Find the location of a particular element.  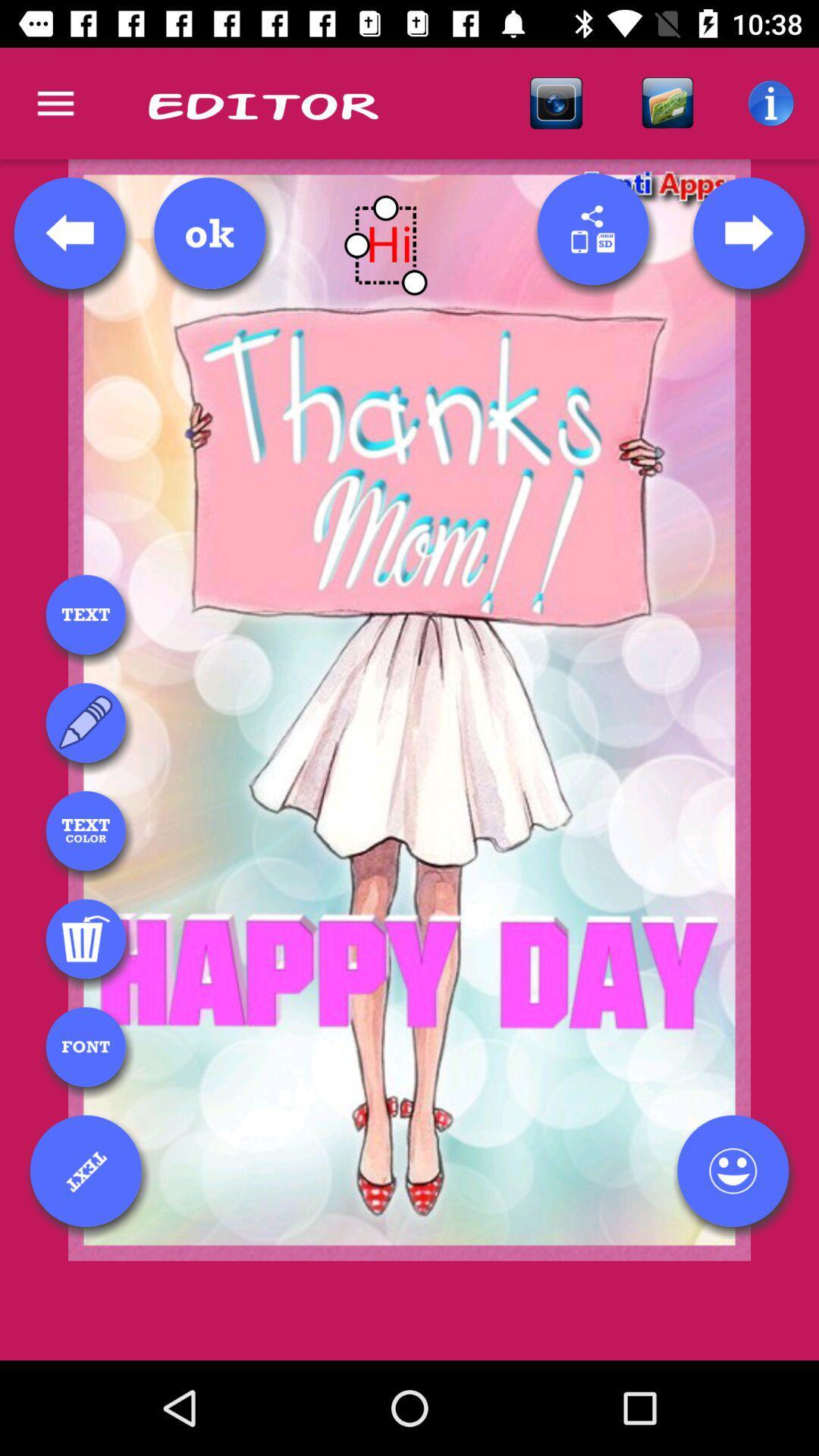

go back is located at coordinates (70, 232).